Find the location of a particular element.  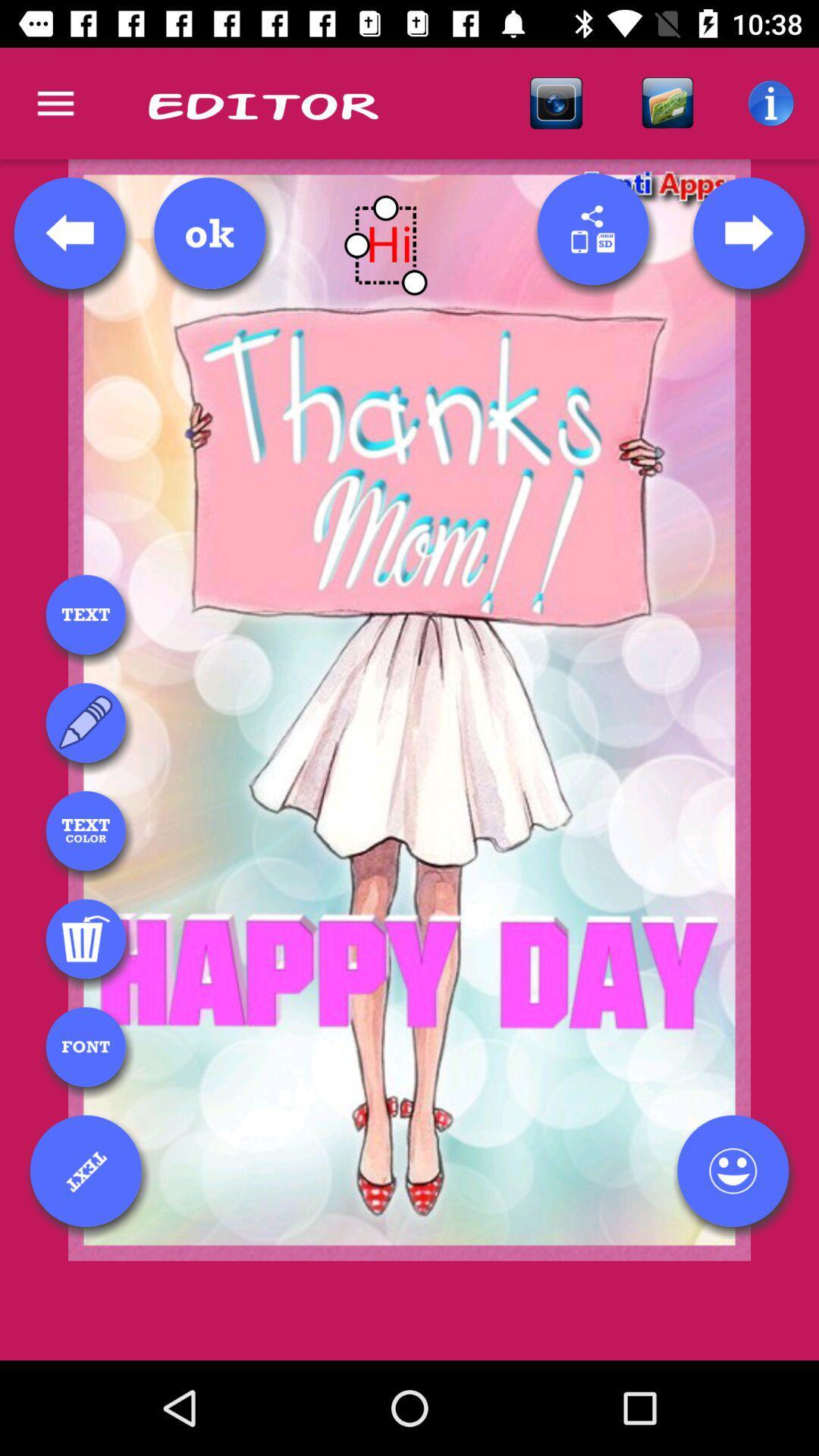

go back is located at coordinates (70, 232).